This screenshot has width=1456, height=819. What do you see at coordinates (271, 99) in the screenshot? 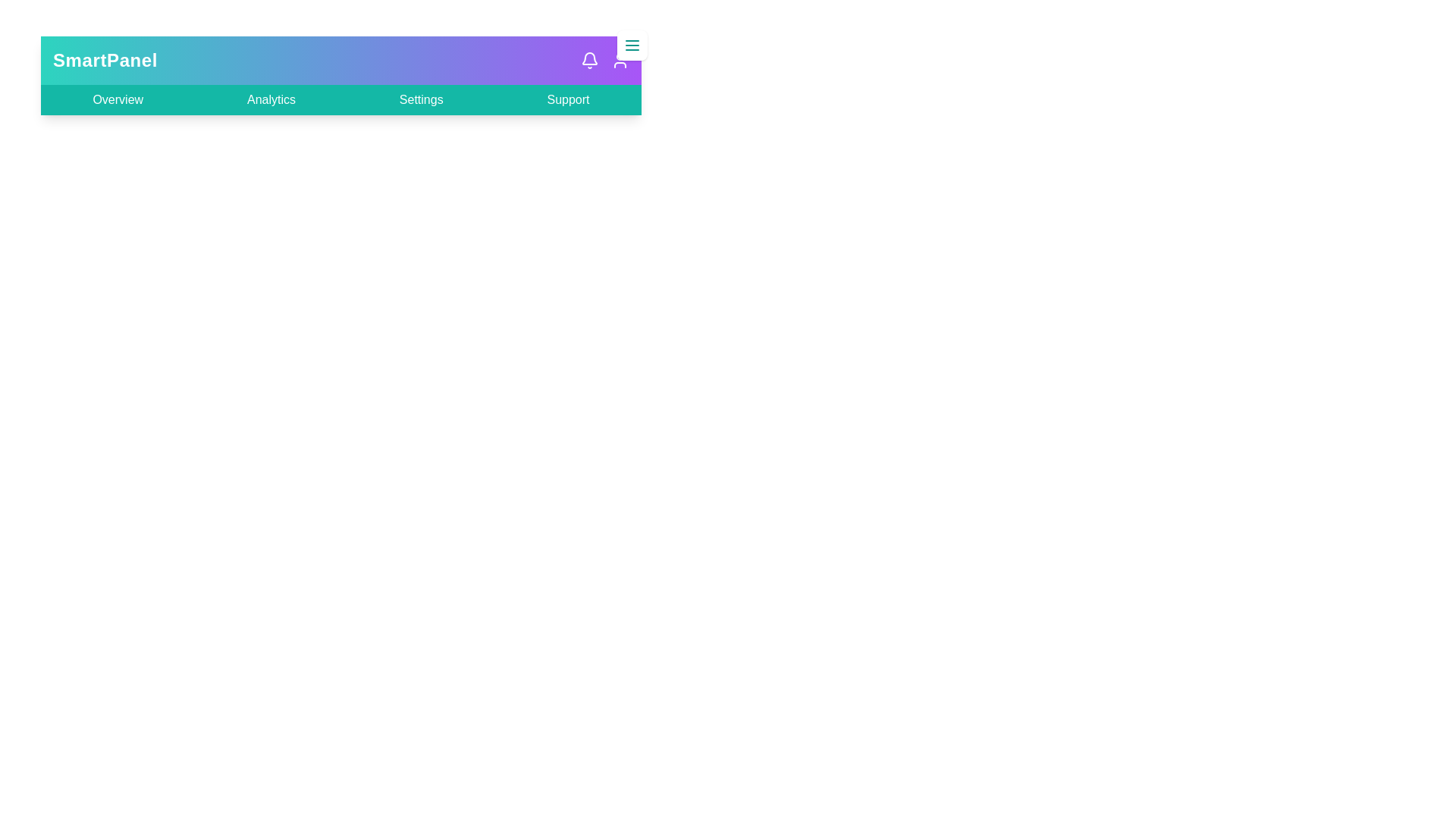
I see `the Analytics link to navigate to the respective section` at bounding box center [271, 99].